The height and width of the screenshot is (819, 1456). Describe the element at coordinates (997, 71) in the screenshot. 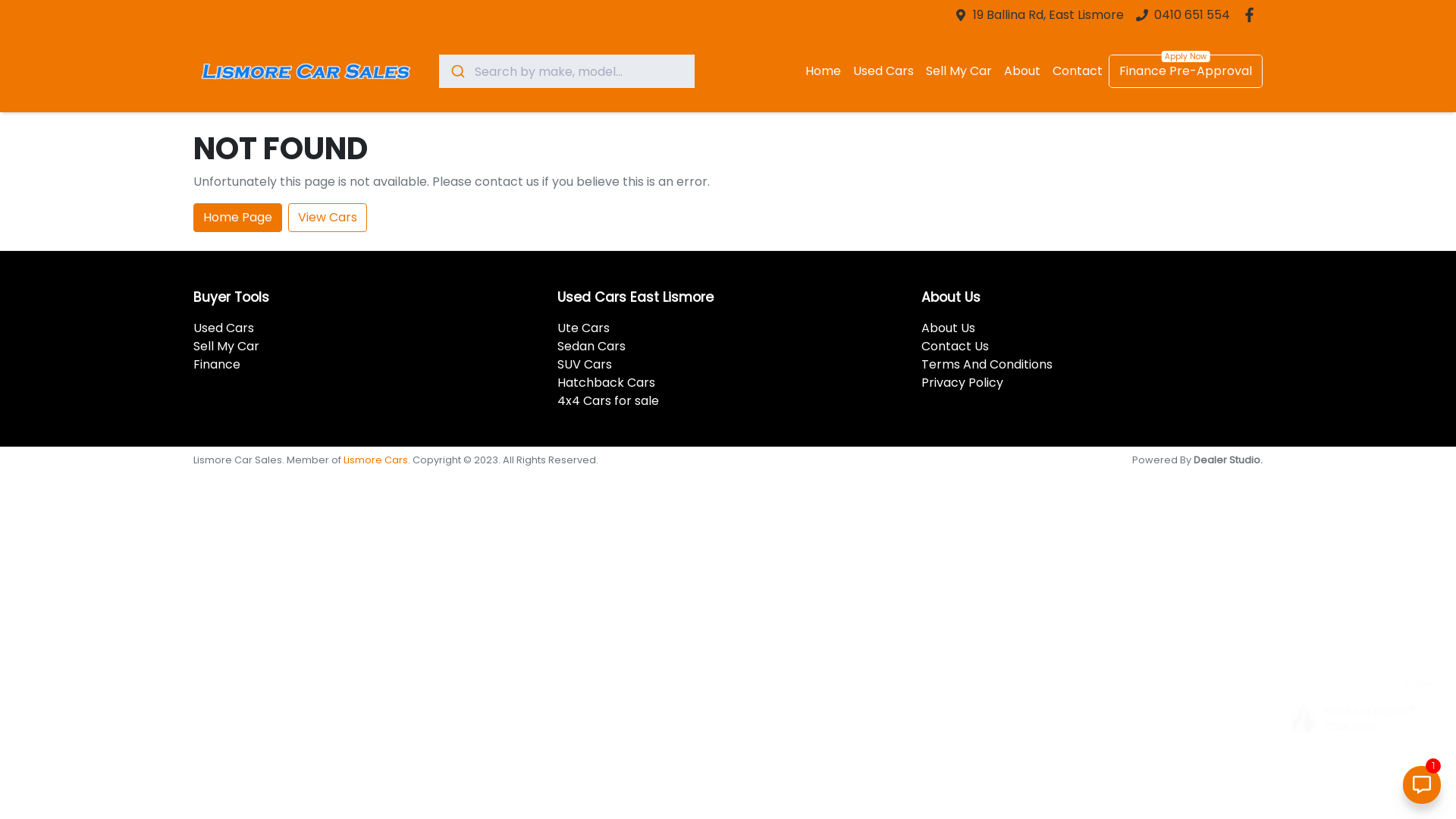

I see `'About'` at that location.